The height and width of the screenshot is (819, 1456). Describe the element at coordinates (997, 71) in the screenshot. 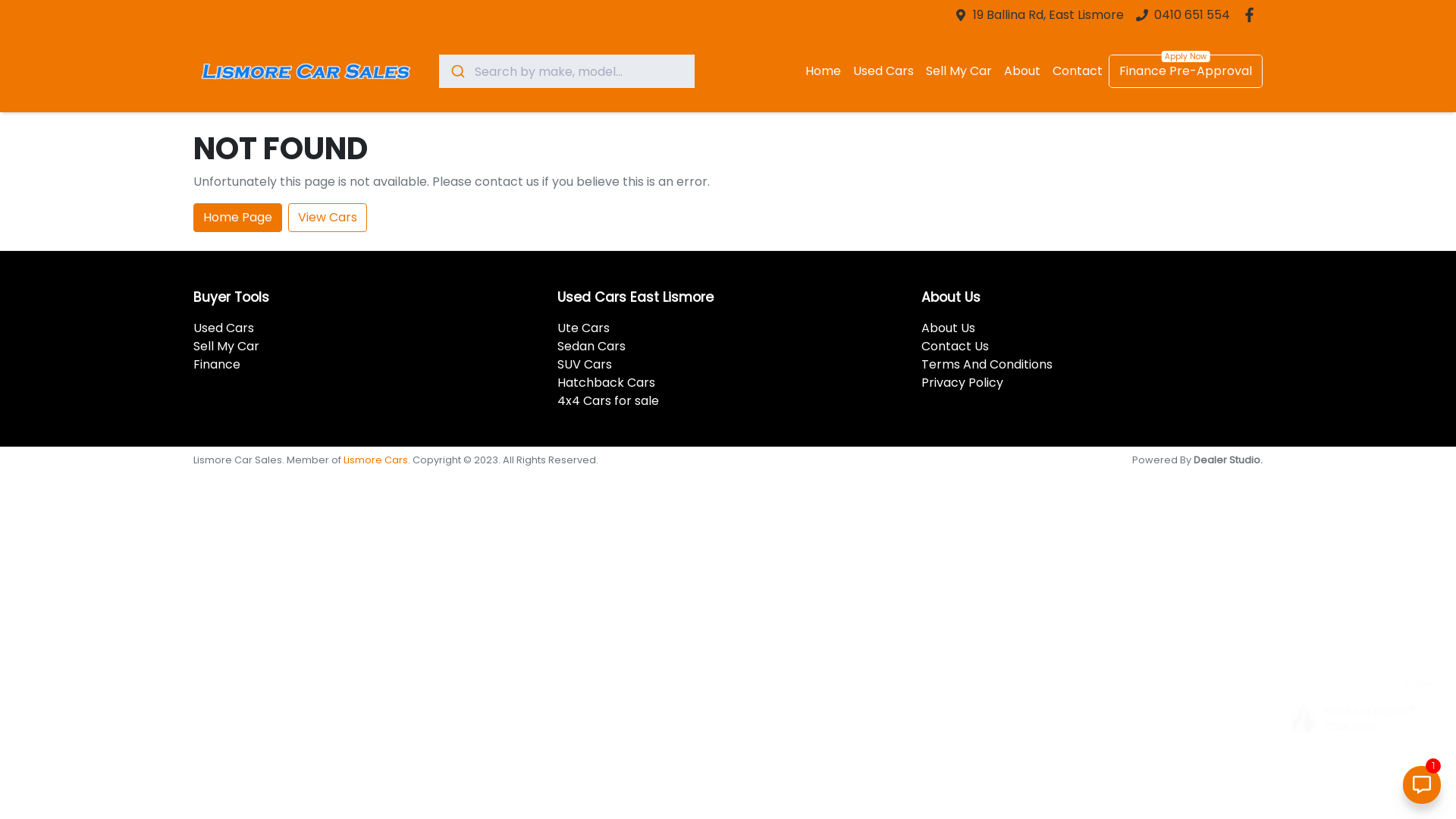

I see `'About'` at that location.